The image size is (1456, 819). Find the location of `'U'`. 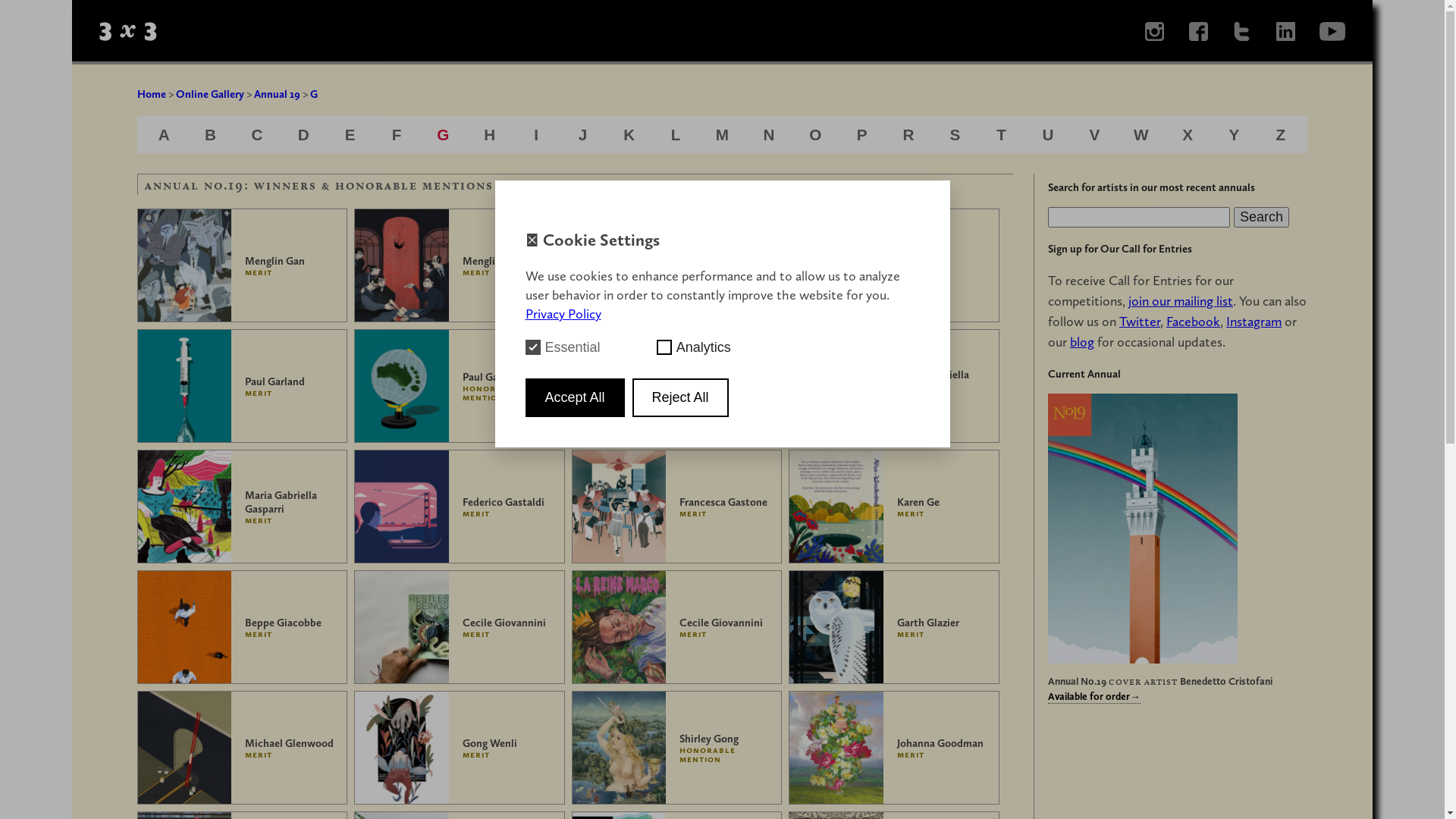

'U' is located at coordinates (1047, 133).